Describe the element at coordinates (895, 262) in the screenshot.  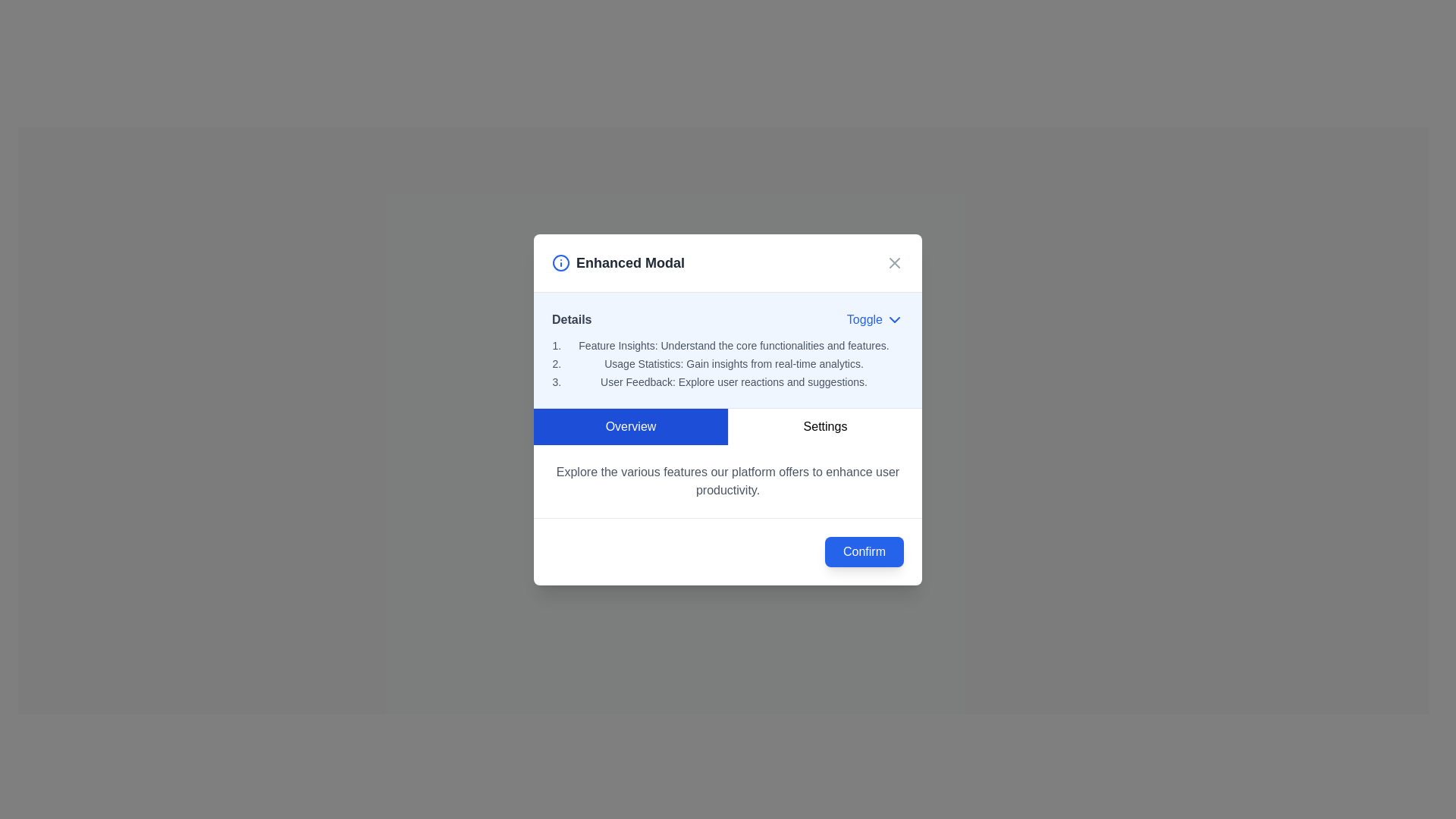
I see `the close button located at the top-right corner of the 'Enhanced Modal' header` at that location.